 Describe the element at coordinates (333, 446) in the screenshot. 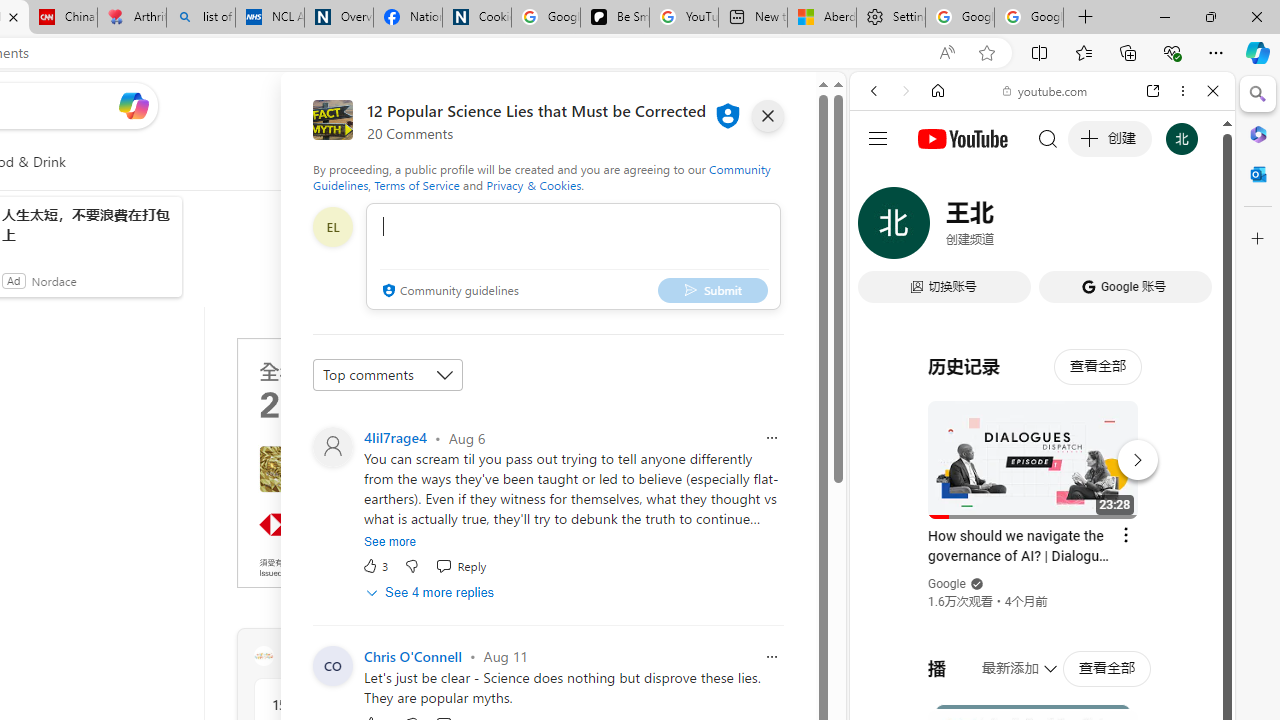

I see `'Profile Picture'` at that location.